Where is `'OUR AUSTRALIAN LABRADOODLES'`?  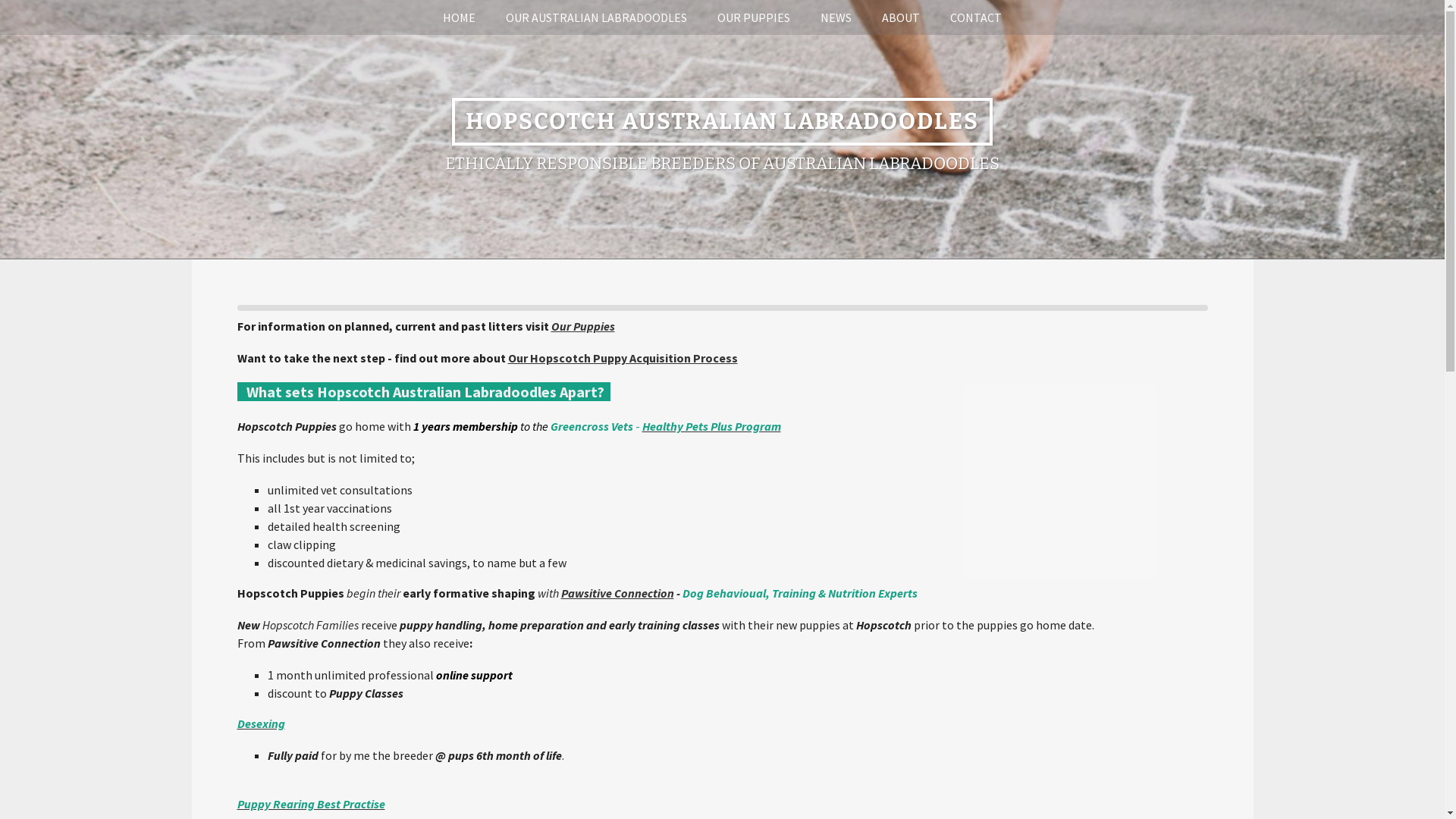 'OUR AUSTRALIAN LABRADOODLES' is located at coordinates (595, 17).